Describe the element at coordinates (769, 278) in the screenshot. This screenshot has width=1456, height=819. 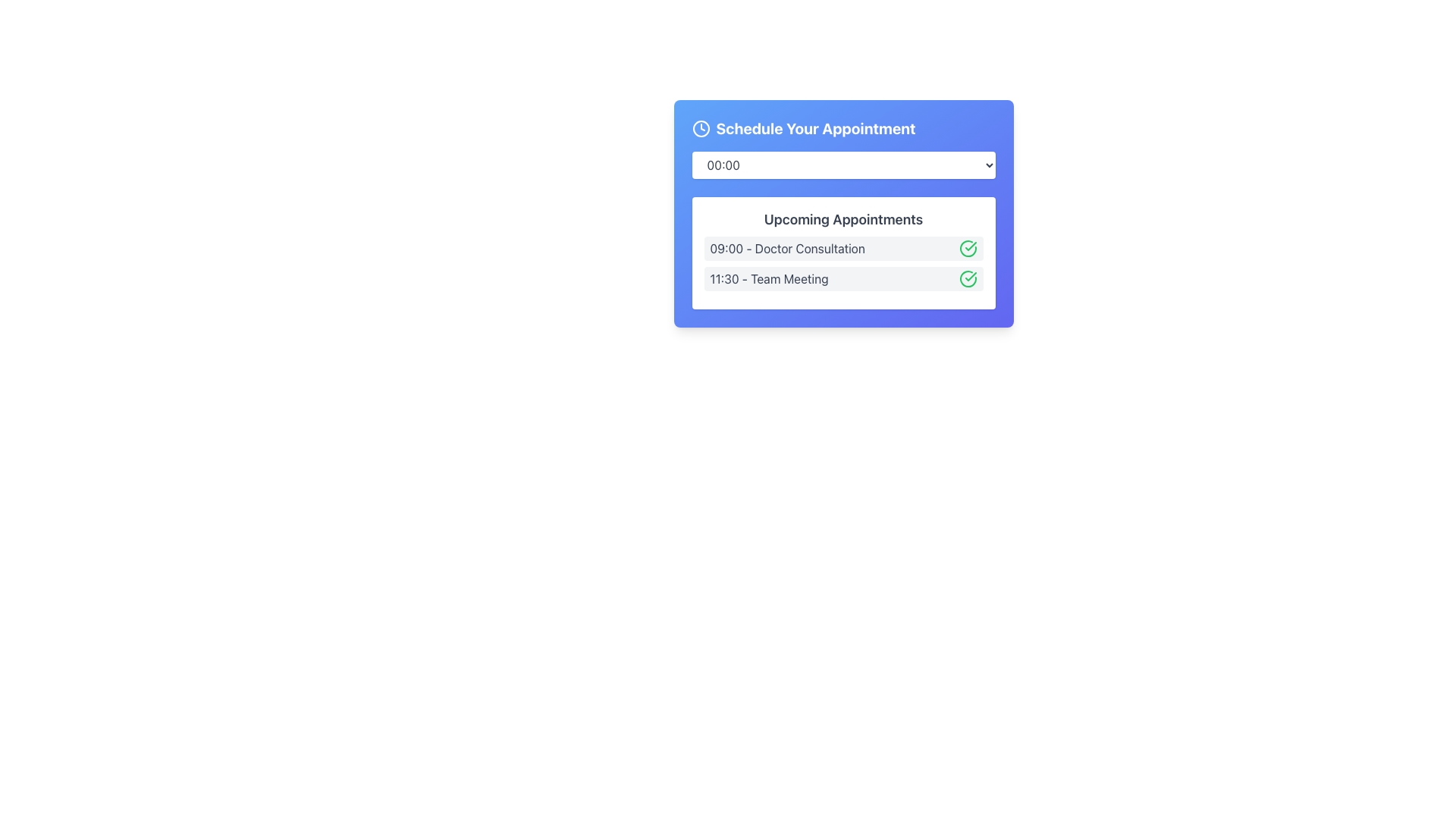
I see `text displayed in the second entry of the 'Upcoming Appointments' list, which shows '11:30 - Team Meeting.'` at that location.